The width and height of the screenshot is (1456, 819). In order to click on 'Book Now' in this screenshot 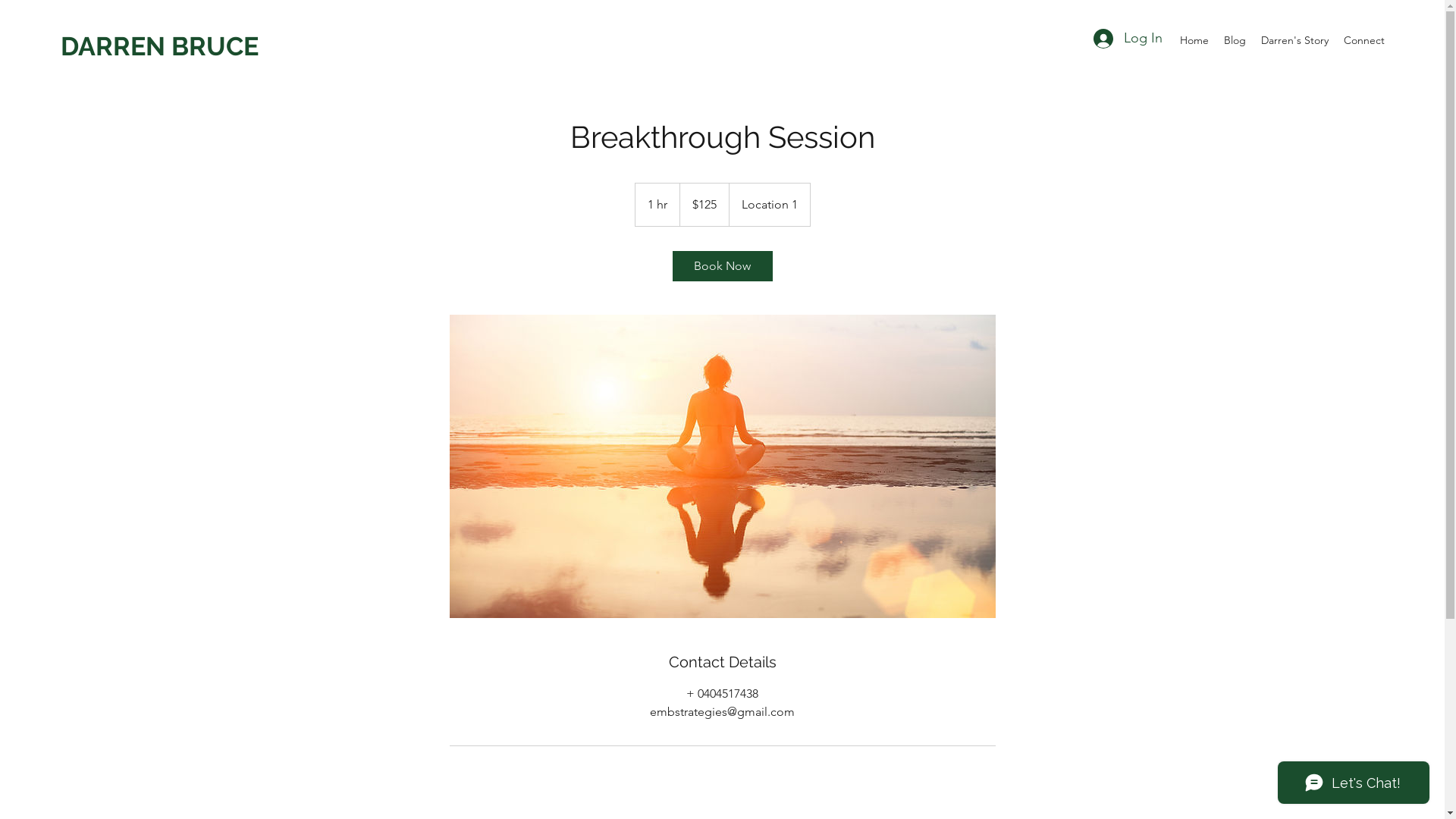, I will do `click(671, 265)`.